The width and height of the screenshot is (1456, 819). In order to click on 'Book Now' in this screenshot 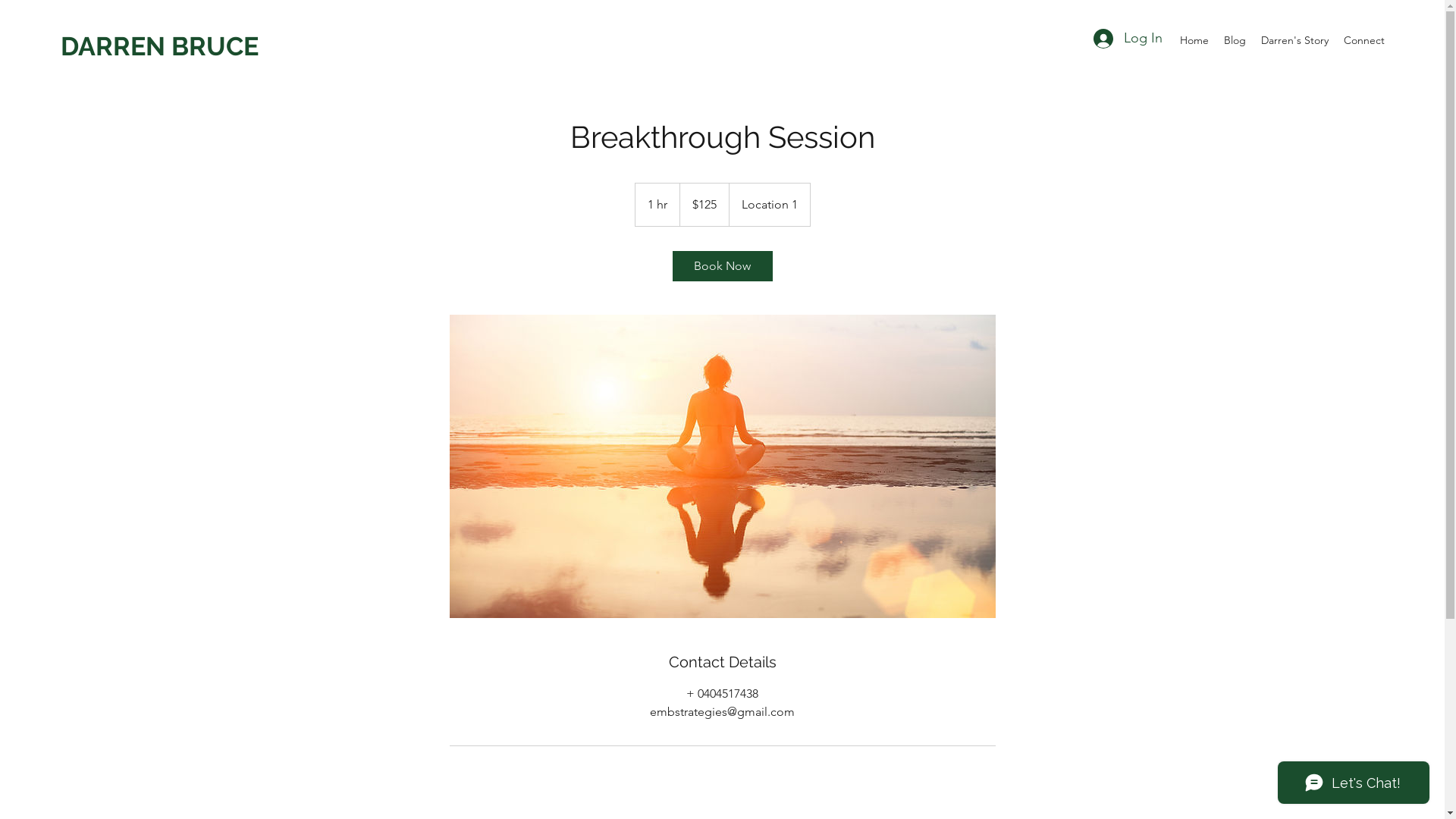, I will do `click(671, 265)`.